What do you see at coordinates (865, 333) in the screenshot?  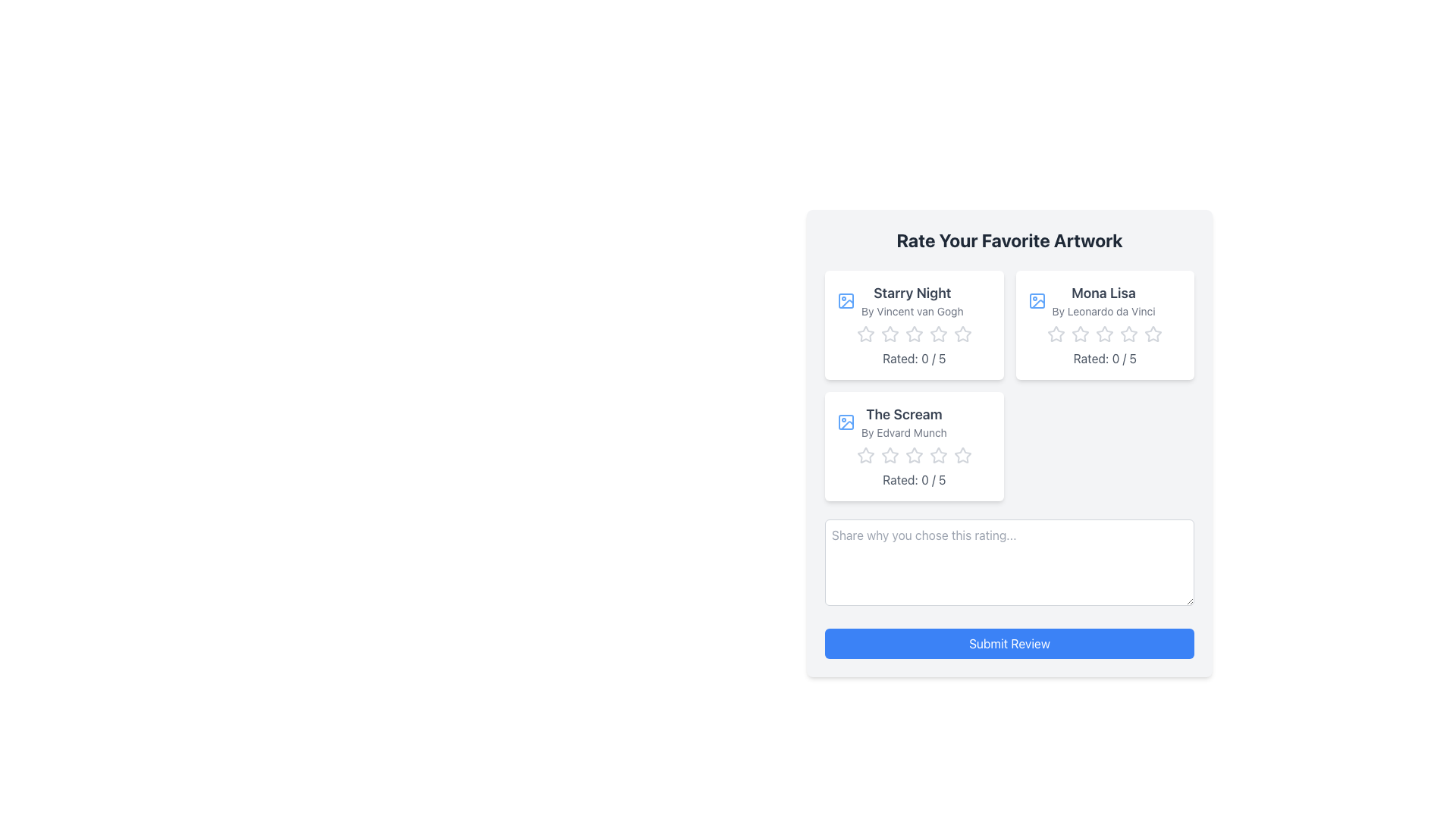 I see `the first gray star icon in the rating row for 'Starry Night'` at bounding box center [865, 333].